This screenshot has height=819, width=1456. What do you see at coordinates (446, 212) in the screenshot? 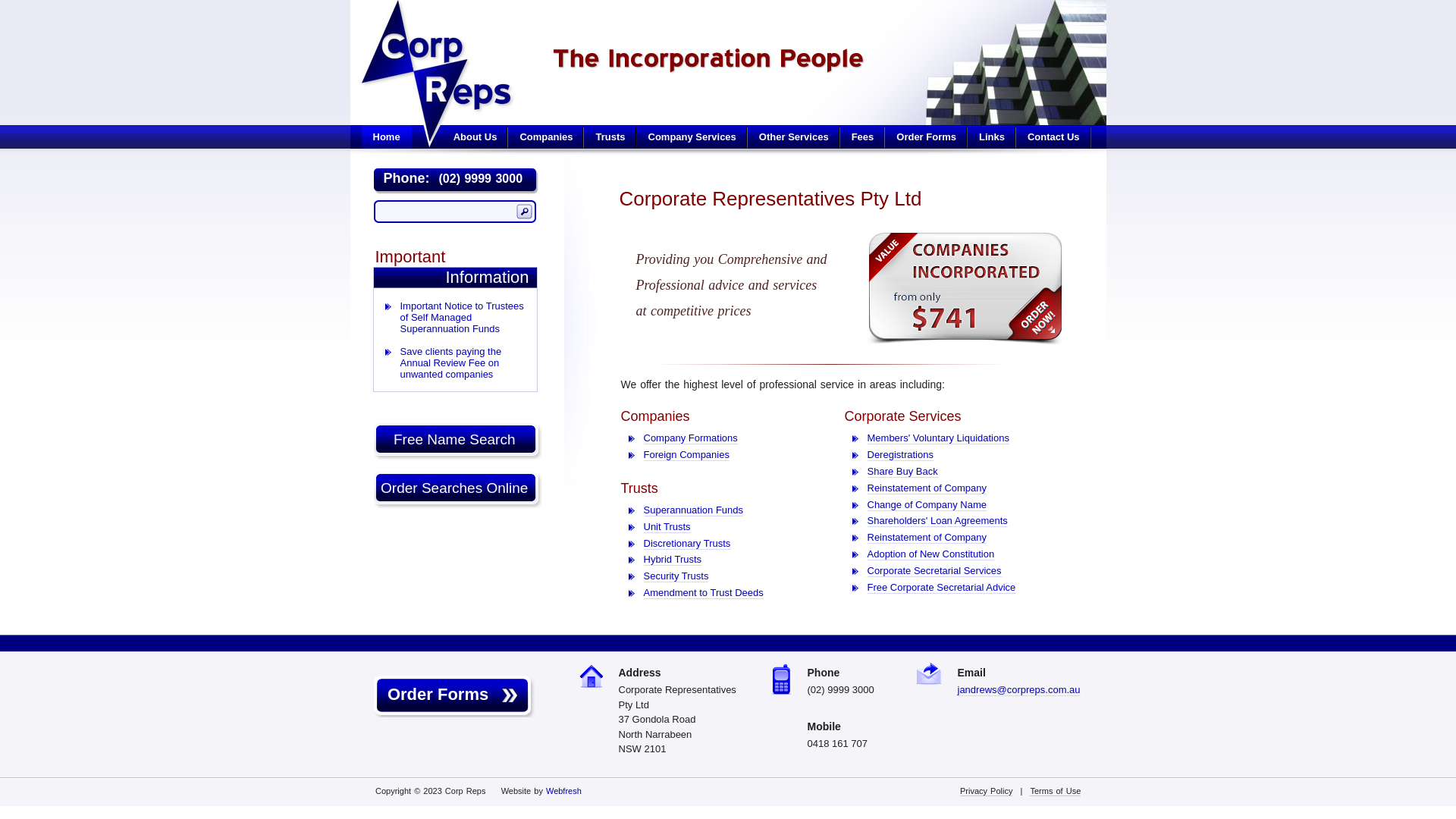
I see `'Search our site...'` at bounding box center [446, 212].